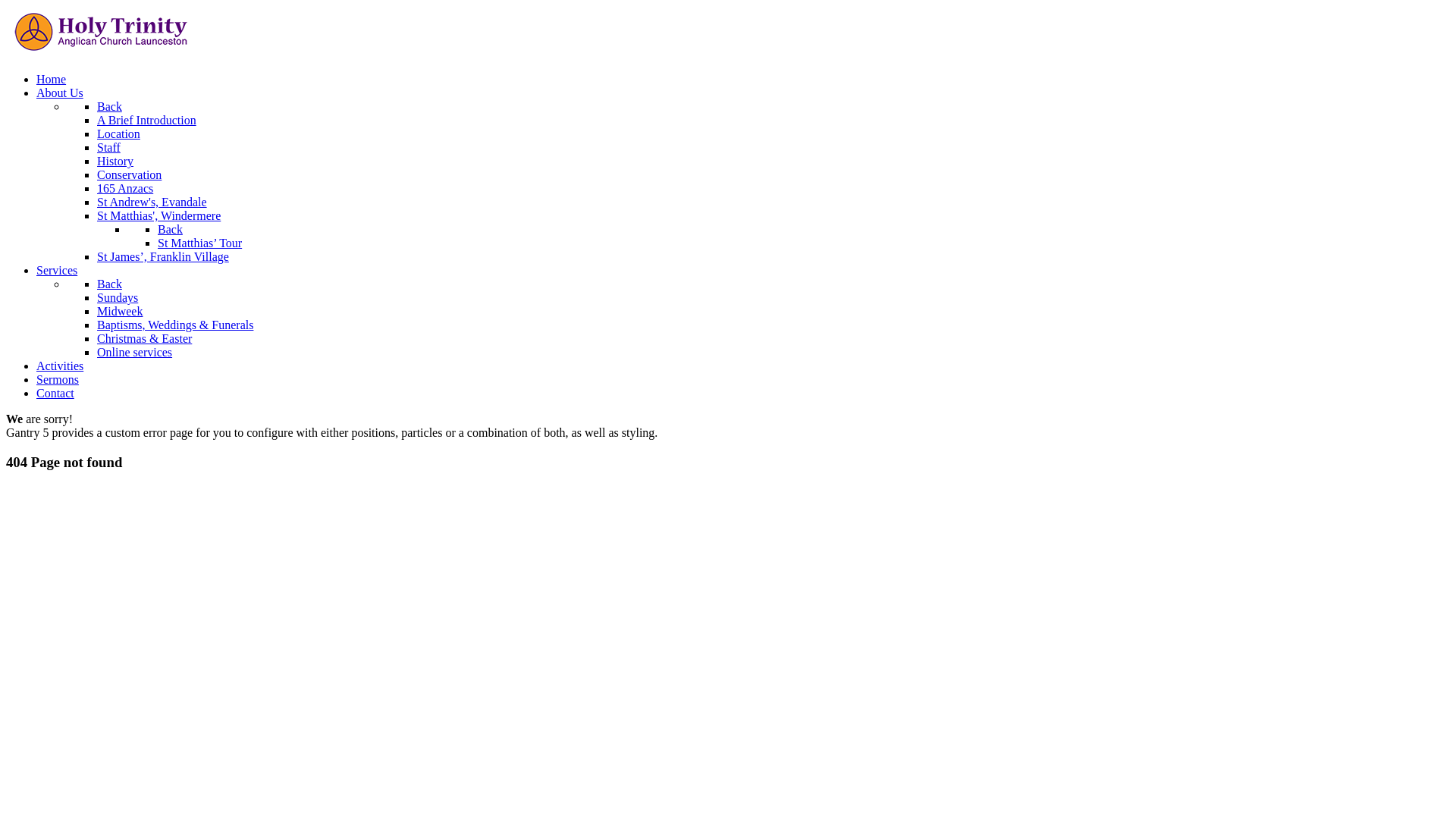  I want to click on 'Conservation', so click(129, 174).